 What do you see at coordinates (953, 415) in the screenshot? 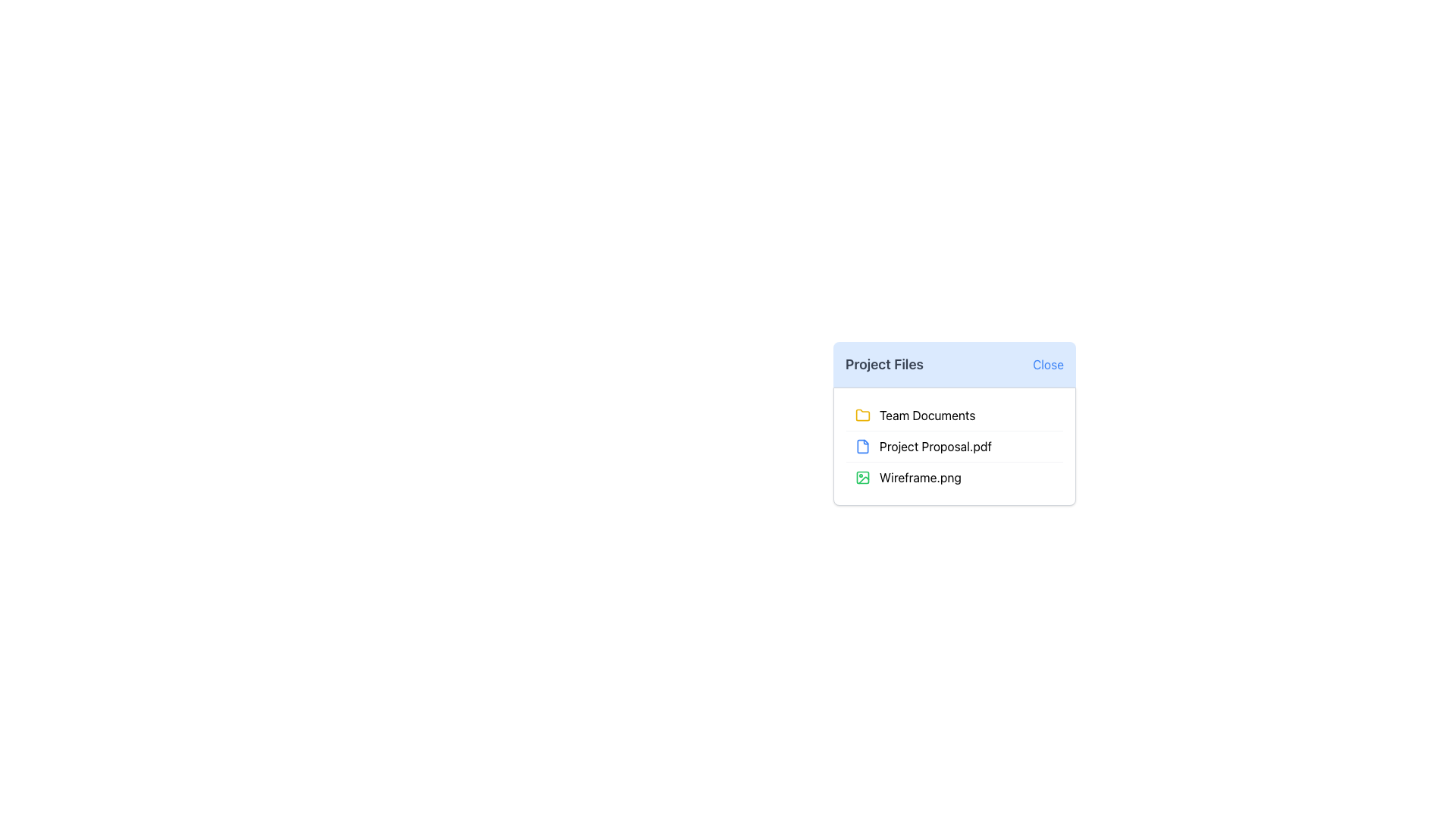
I see `the first item in the vertical list within the 'Project Files' card, which is the navigational link to the folder named 'Team Documents'` at bounding box center [953, 415].